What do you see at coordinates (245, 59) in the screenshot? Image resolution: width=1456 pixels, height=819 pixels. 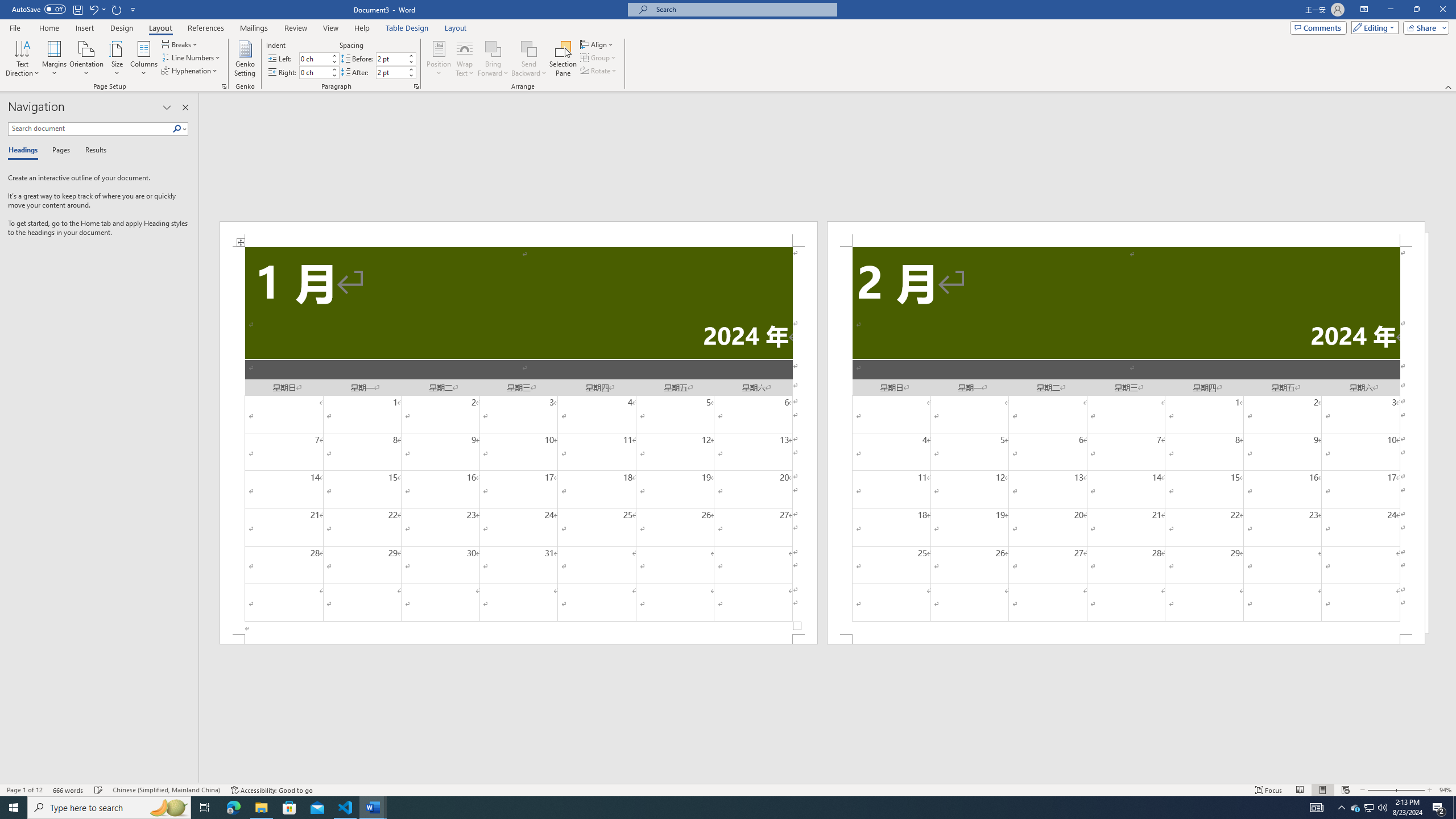 I see `'Genko Setting...'` at bounding box center [245, 59].